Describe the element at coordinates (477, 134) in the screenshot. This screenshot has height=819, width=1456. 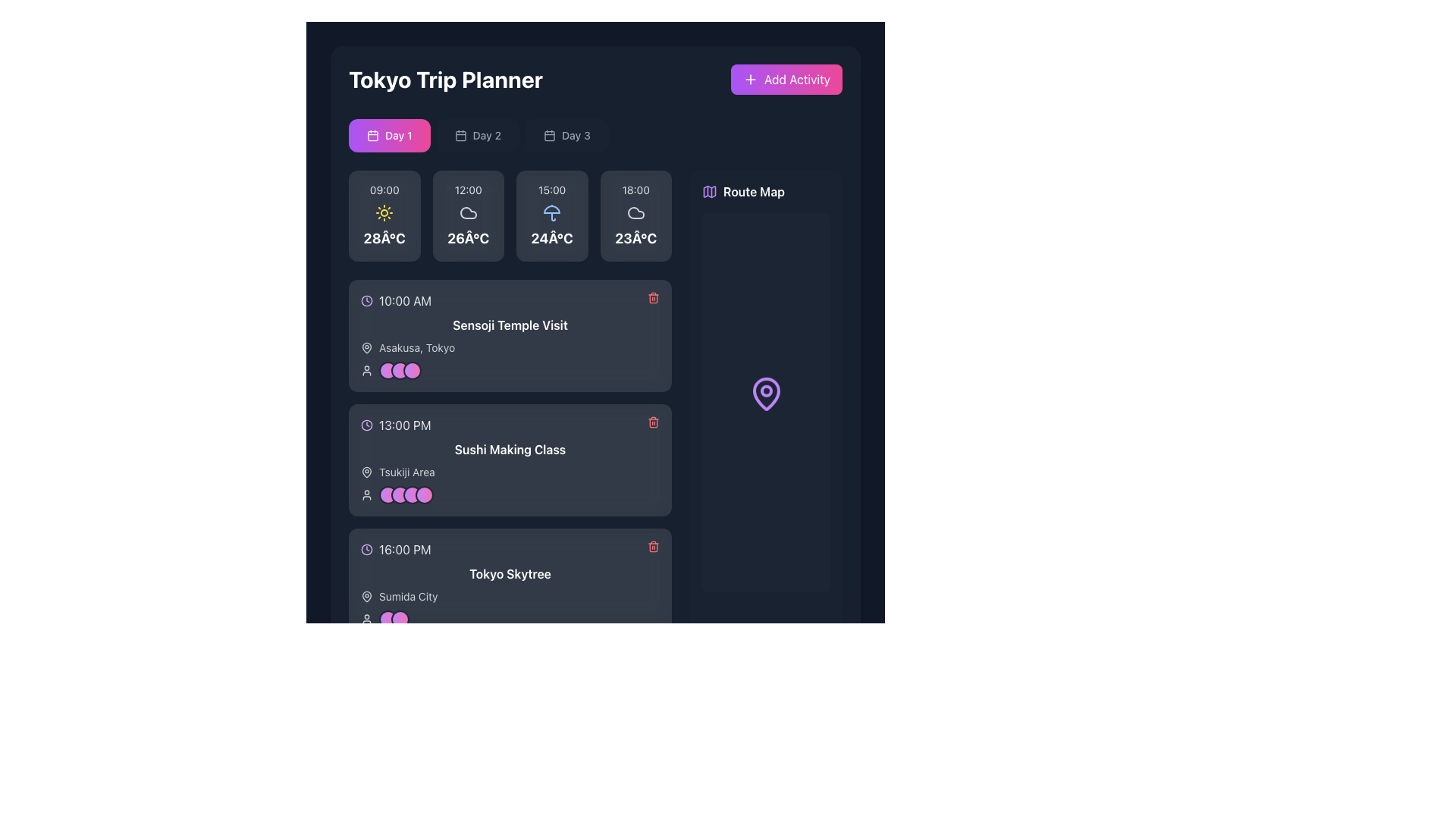
I see `the 'Day 2' button, which is the second tab-like button with a calendar icon` at that location.